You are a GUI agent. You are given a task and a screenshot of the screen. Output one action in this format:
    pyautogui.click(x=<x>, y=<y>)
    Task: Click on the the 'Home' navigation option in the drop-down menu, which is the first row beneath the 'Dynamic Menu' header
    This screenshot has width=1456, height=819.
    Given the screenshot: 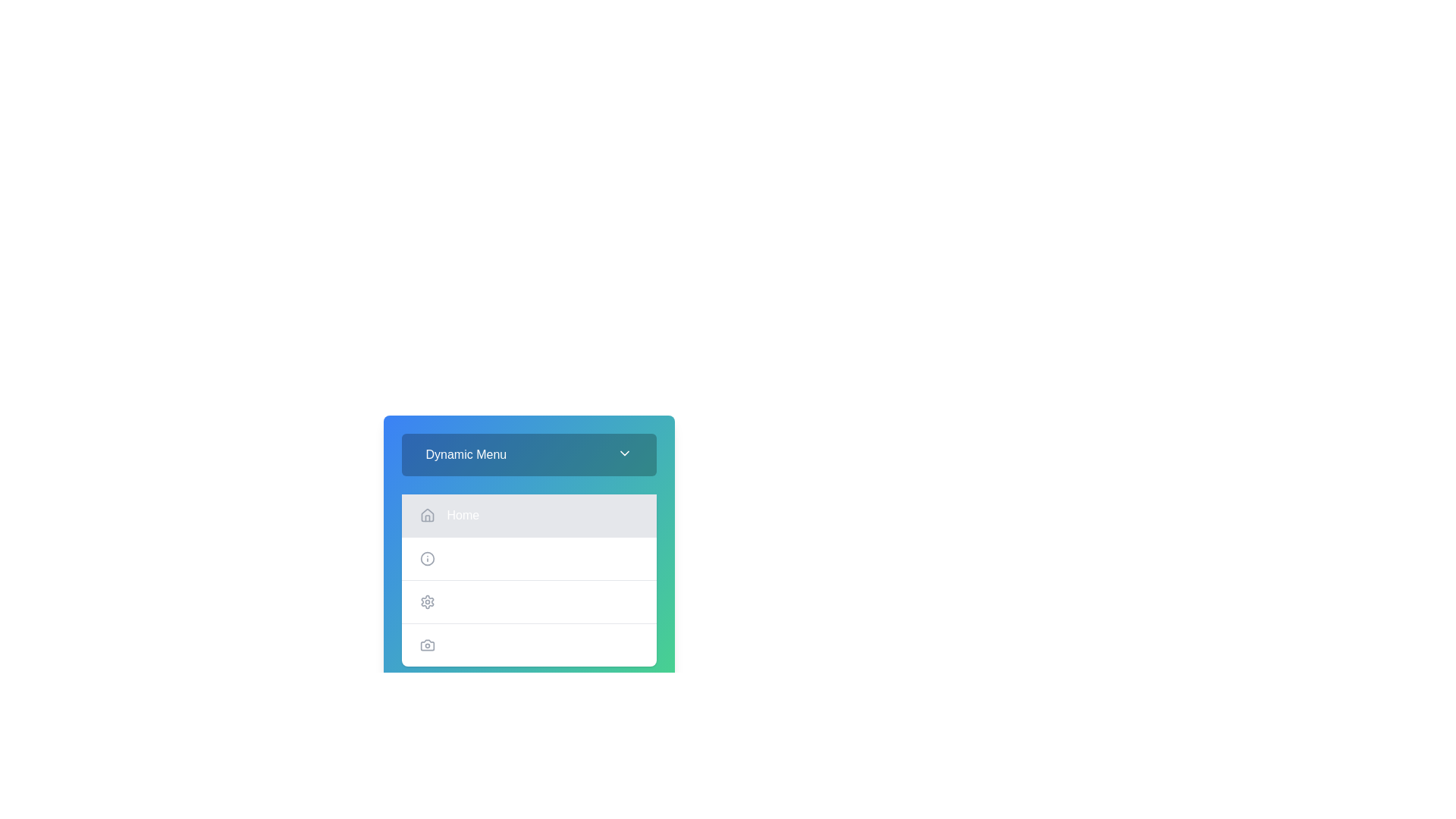 What is the action you would take?
    pyautogui.click(x=529, y=534)
    